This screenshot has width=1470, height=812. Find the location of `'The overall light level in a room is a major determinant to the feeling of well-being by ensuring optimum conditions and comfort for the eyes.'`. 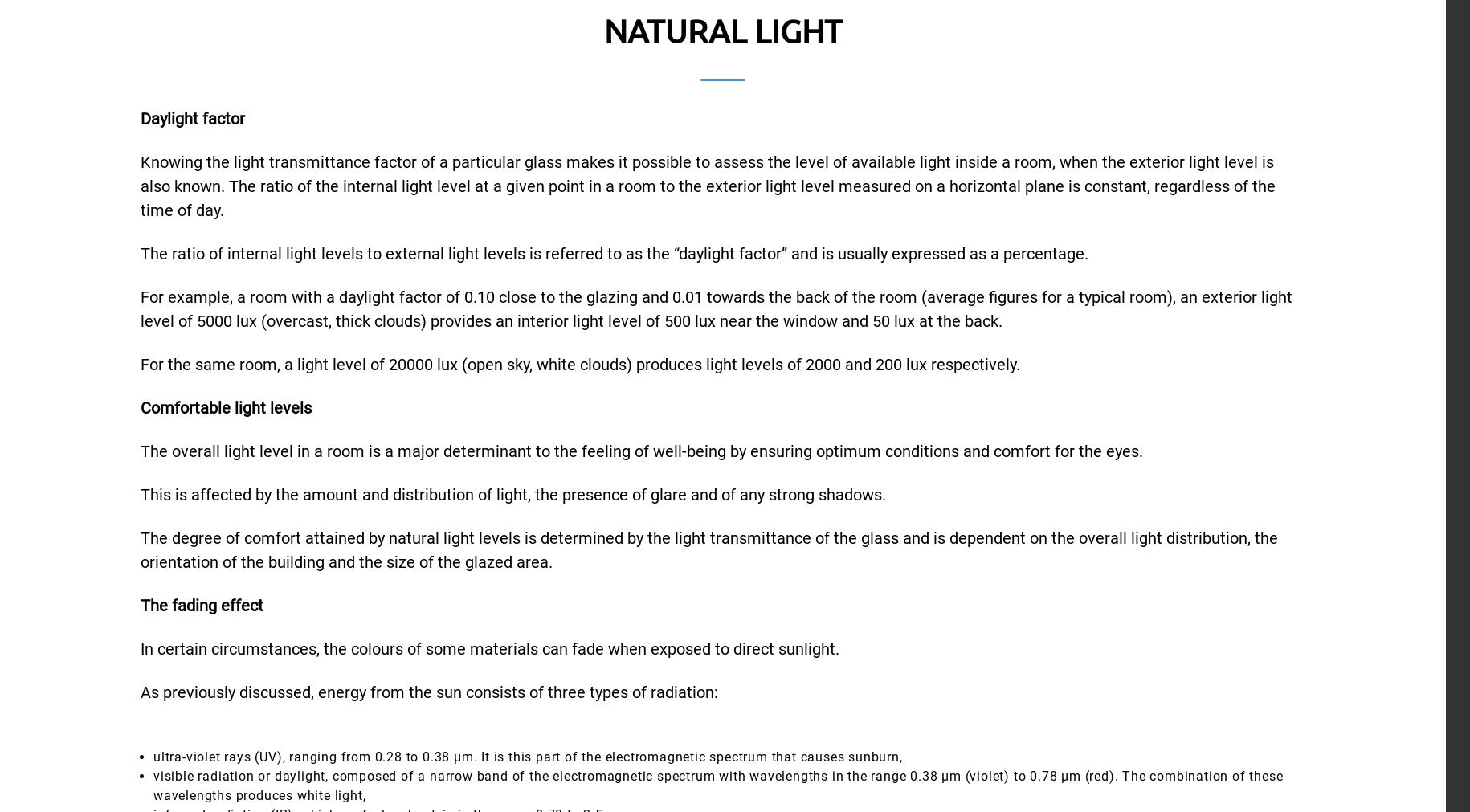

'The overall light level in a room is a major determinant to the feeling of well-being by ensuring optimum conditions and comfort for the eyes.' is located at coordinates (640, 451).